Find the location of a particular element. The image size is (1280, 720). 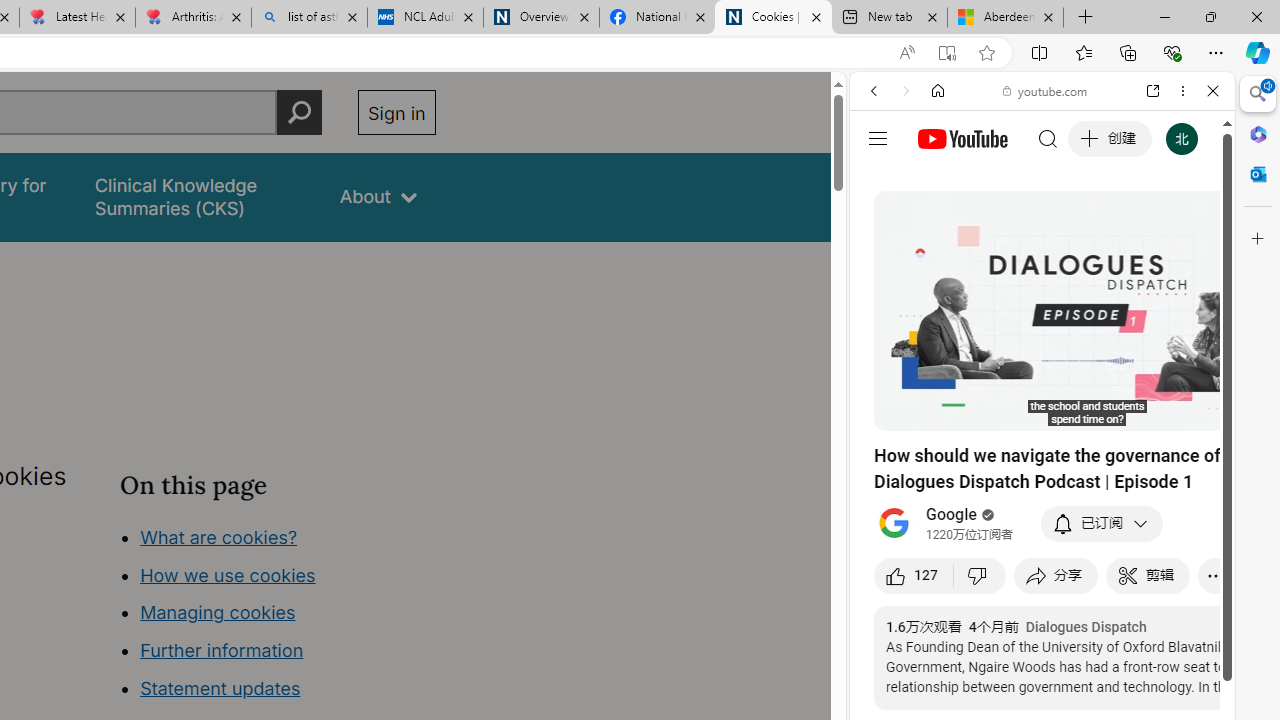

'list of asthma inhalers uk - Search' is located at coordinates (308, 17).